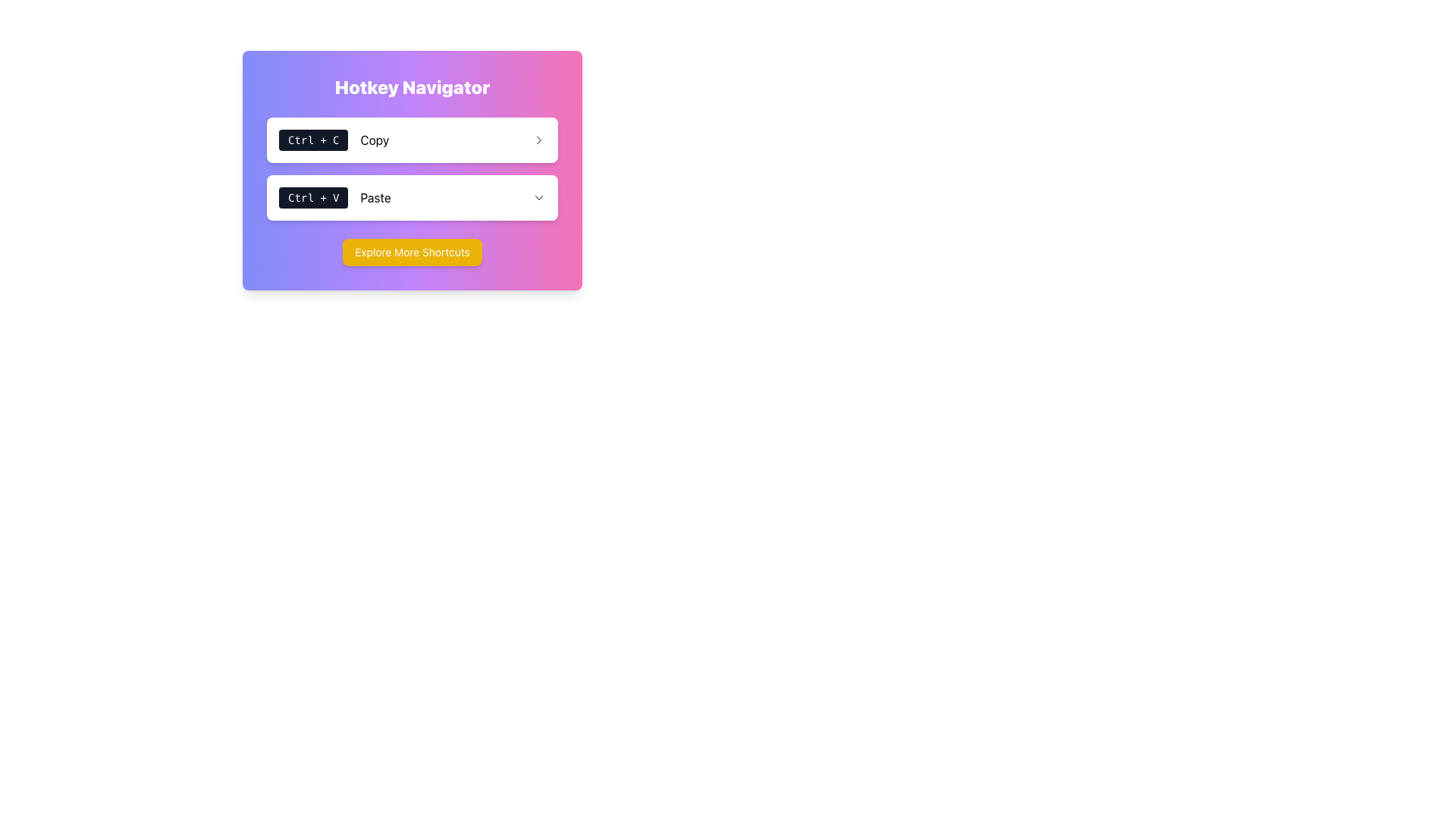 Image resolution: width=1456 pixels, height=819 pixels. Describe the element at coordinates (412, 251) in the screenshot. I see `the yellow button labeled 'Explore More Shortcuts' which is located under the 'Ctrl + C Copy' and 'Ctrl + V Paste' boxes` at that location.